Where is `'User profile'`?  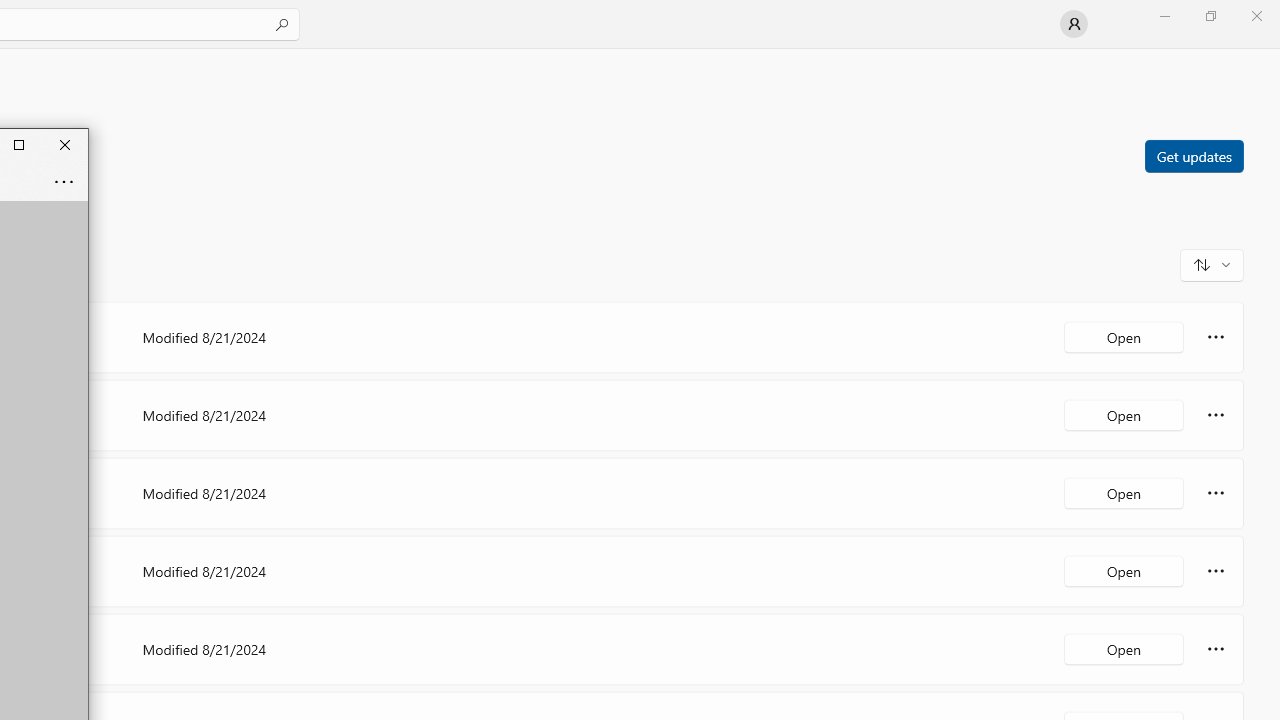 'User profile' is located at coordinates (1072, 24).